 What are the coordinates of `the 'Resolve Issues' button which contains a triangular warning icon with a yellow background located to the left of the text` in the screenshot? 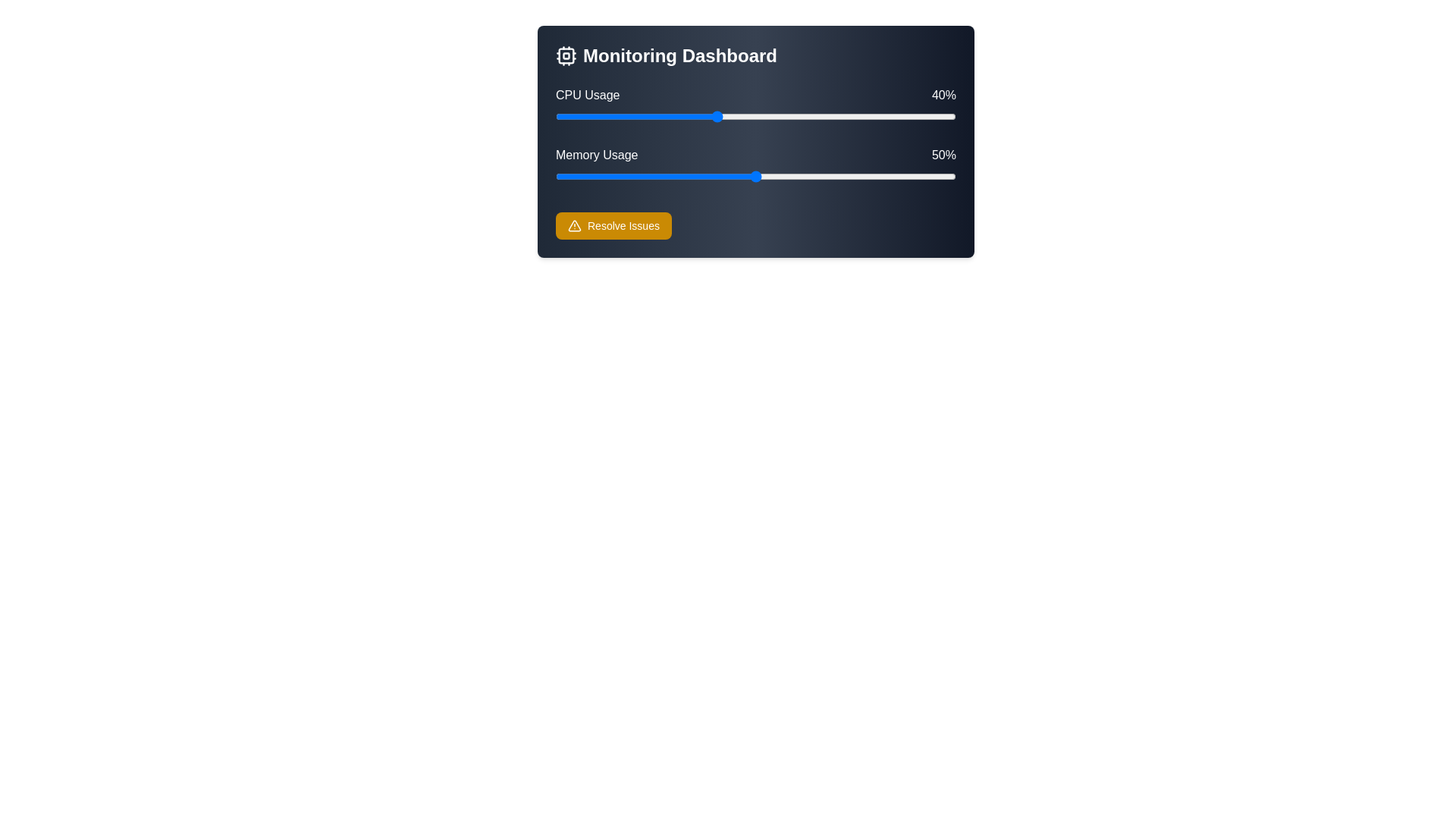 It's located at (574, 225).